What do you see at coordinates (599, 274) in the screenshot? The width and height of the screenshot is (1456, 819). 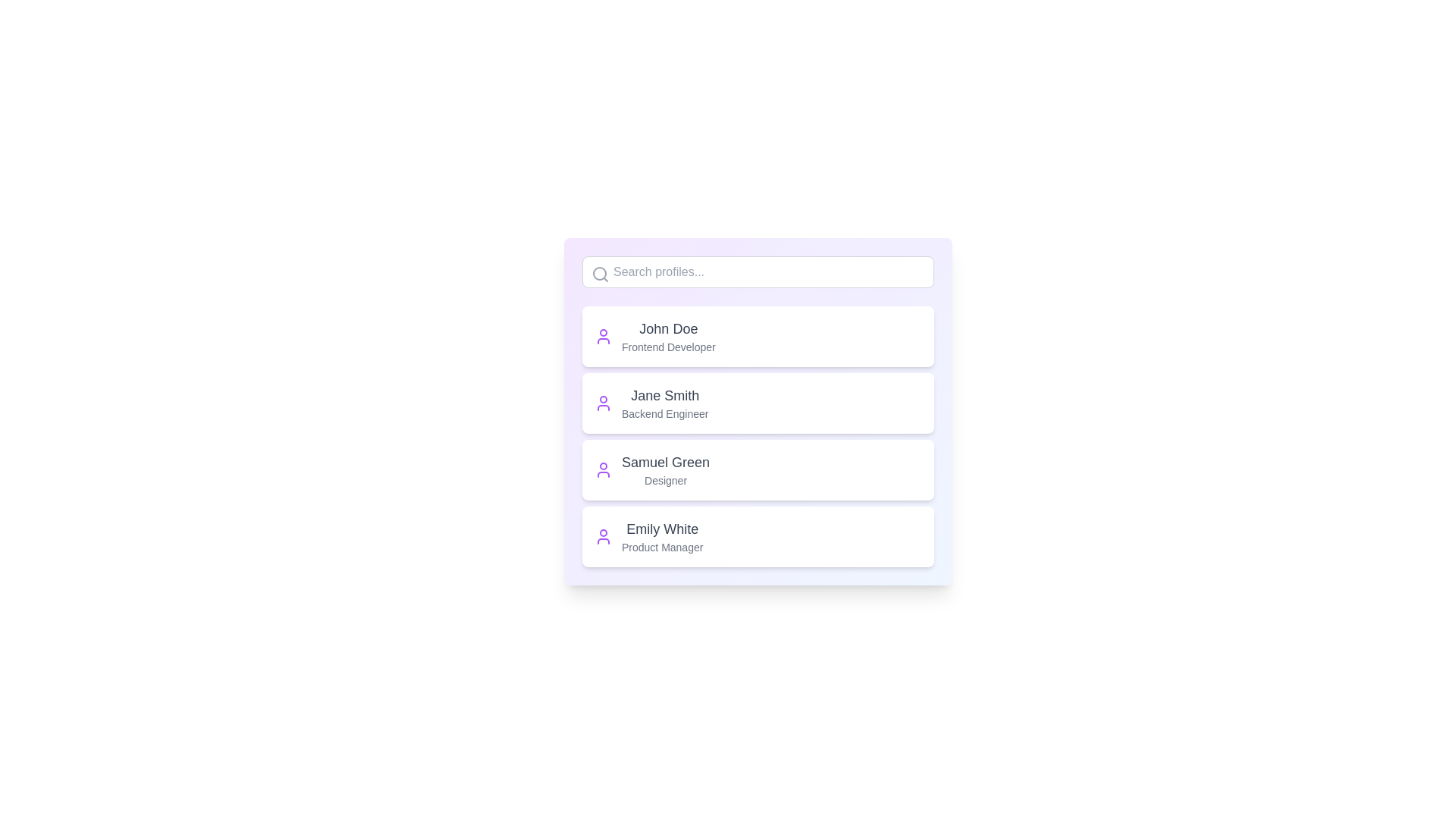 I see `the SVG Circle Component that visually enhances the search icon in the top left corner of the search bar` at bounding box center [599, 274].